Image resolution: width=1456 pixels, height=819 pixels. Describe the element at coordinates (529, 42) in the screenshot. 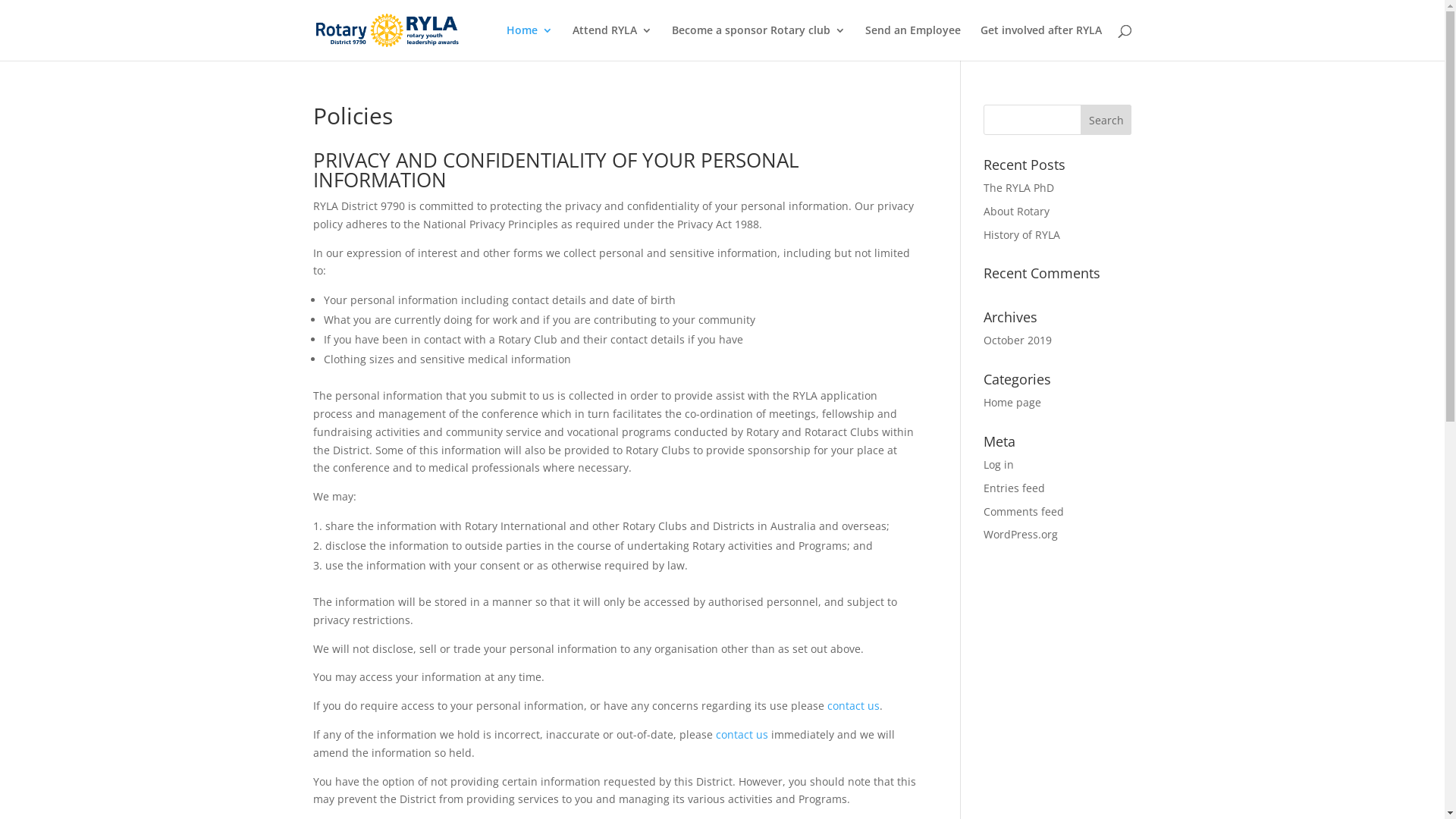

I see `'Home'` at that location.